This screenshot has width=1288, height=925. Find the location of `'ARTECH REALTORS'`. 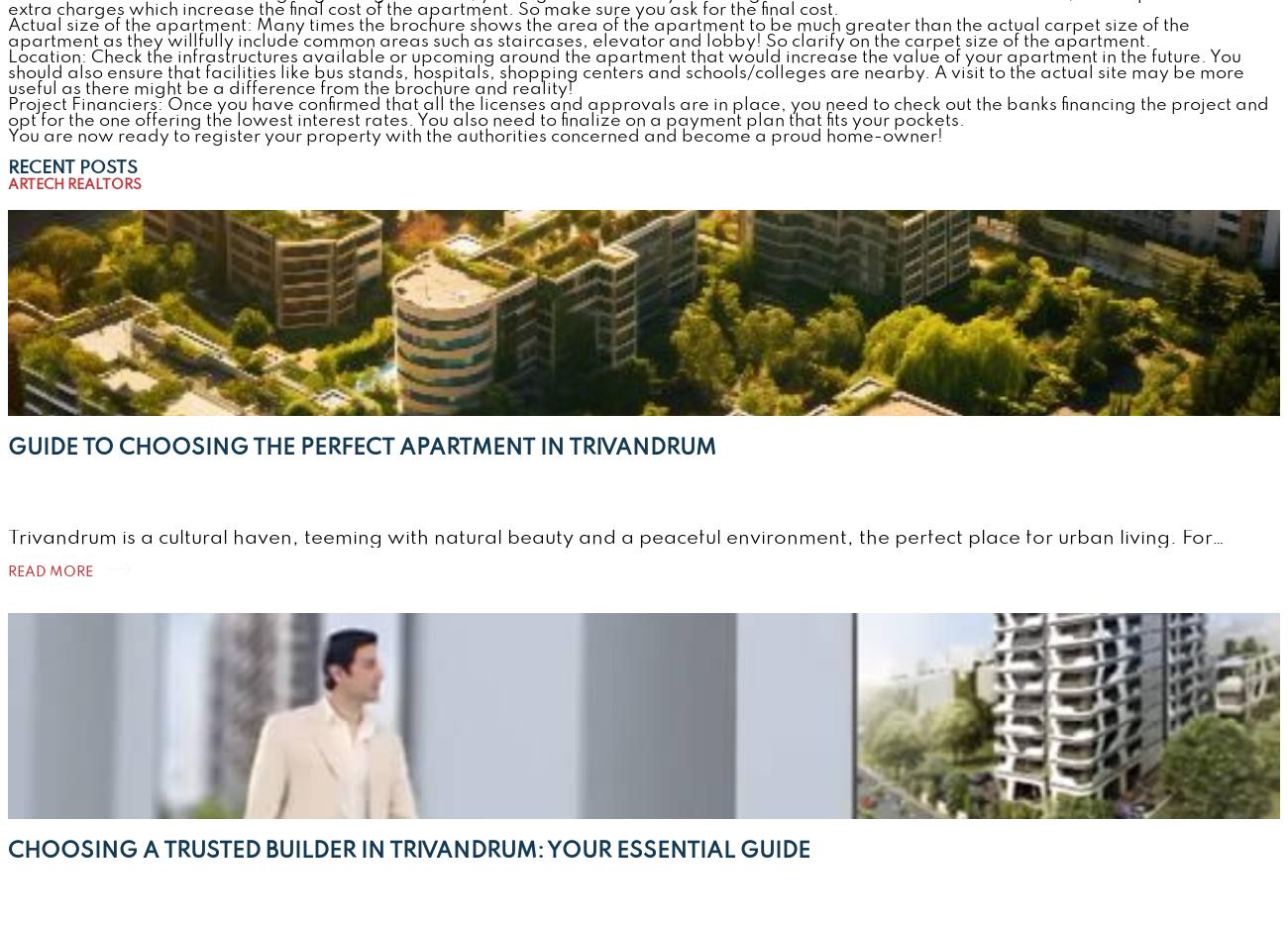

'ARTECH REALTORS' is located at coordinates (74, 184).